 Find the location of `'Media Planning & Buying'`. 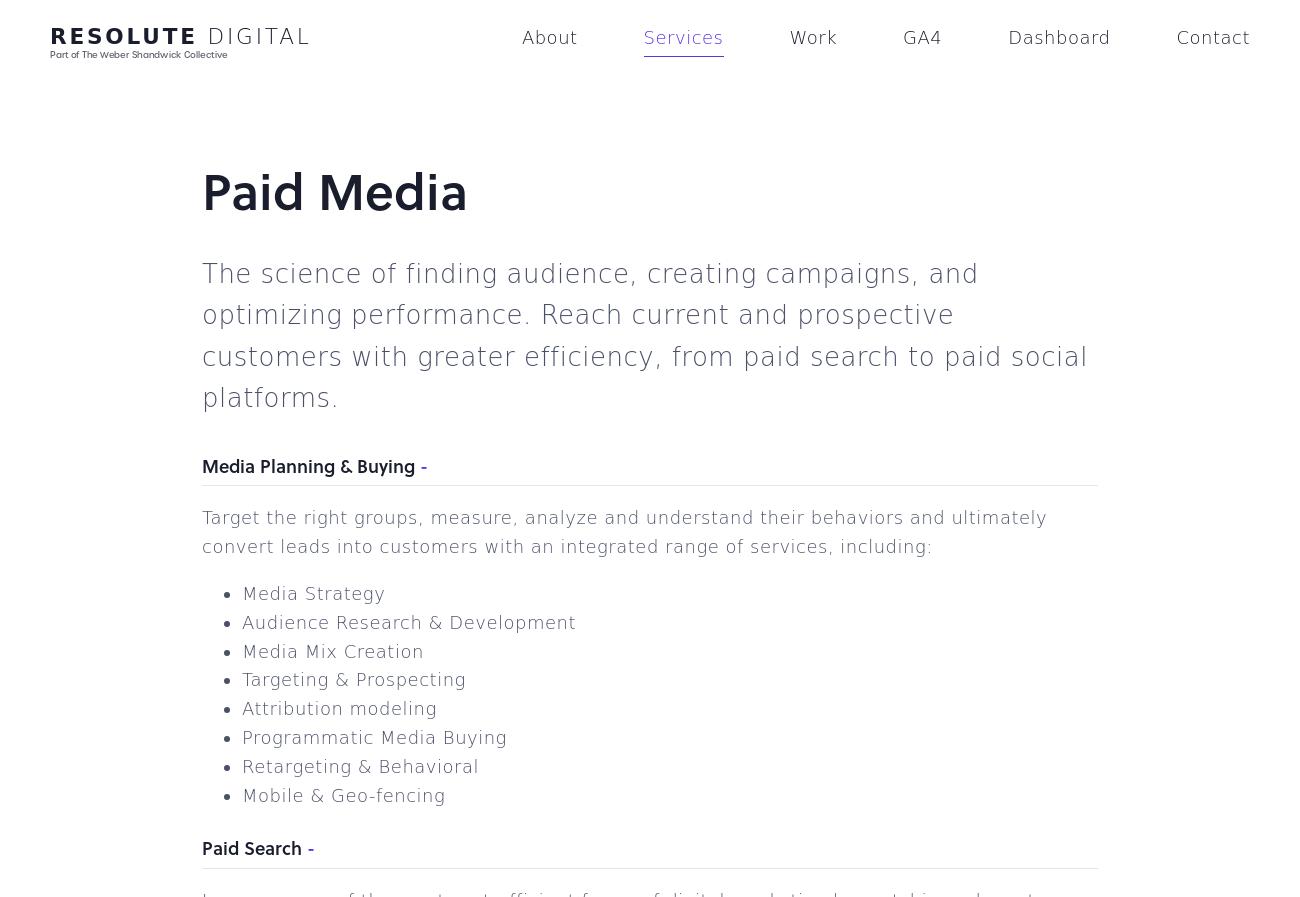

'Media Planning & Buying' is located at coordinates (202, 464).